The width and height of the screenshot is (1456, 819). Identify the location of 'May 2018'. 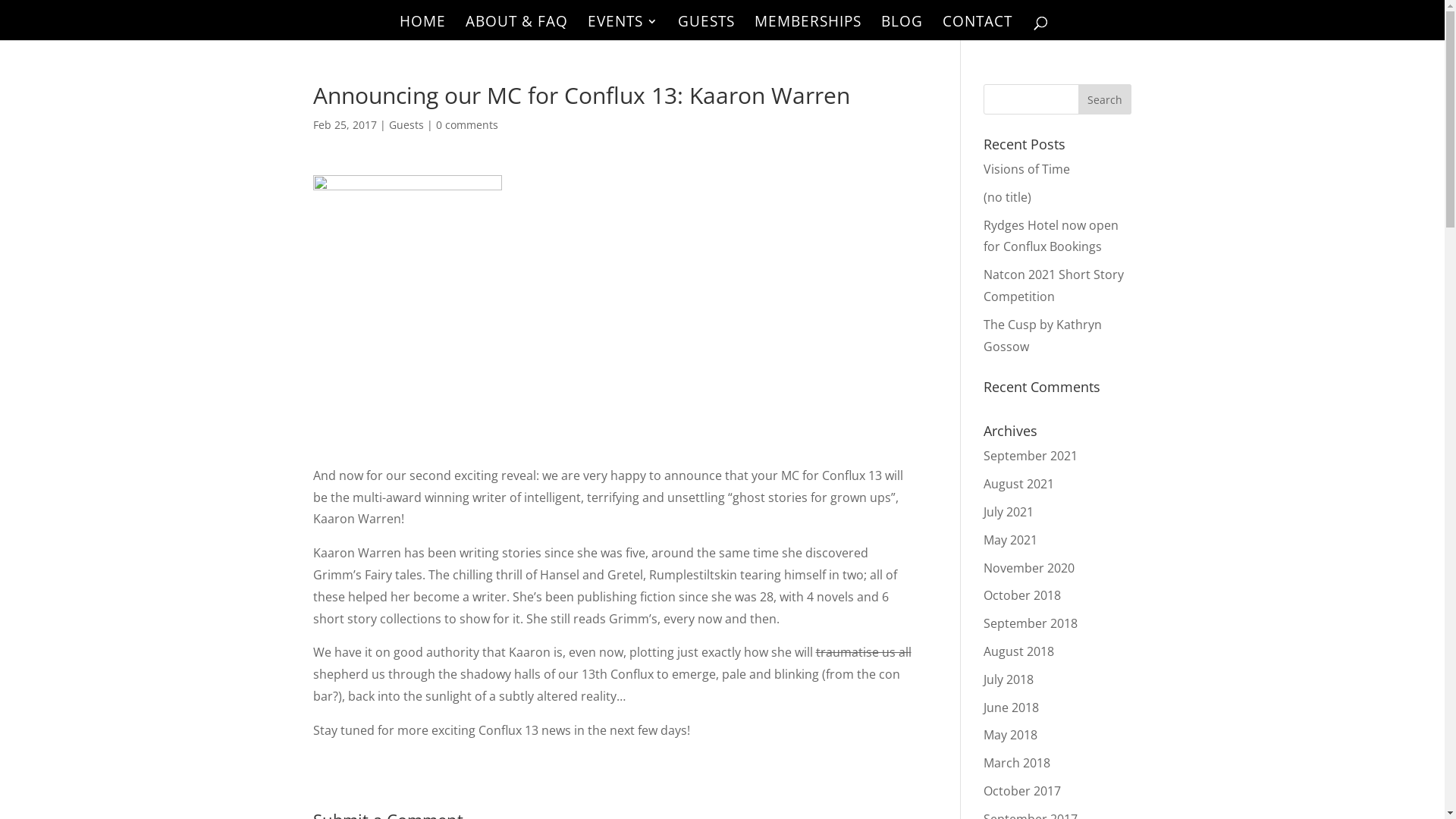
(983, 733).